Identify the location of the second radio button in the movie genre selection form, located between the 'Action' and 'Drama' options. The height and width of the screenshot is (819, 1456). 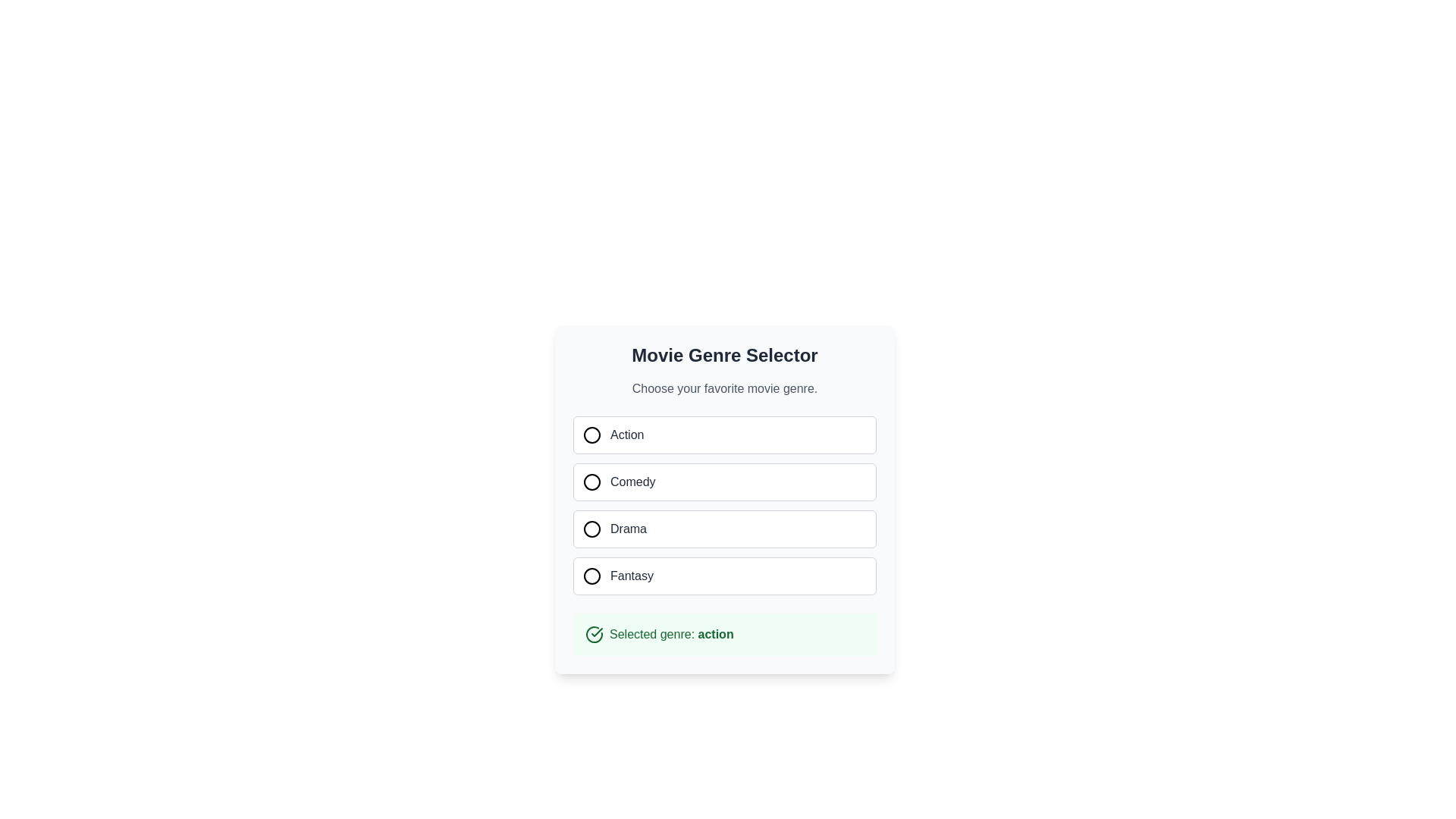
(591, 482).